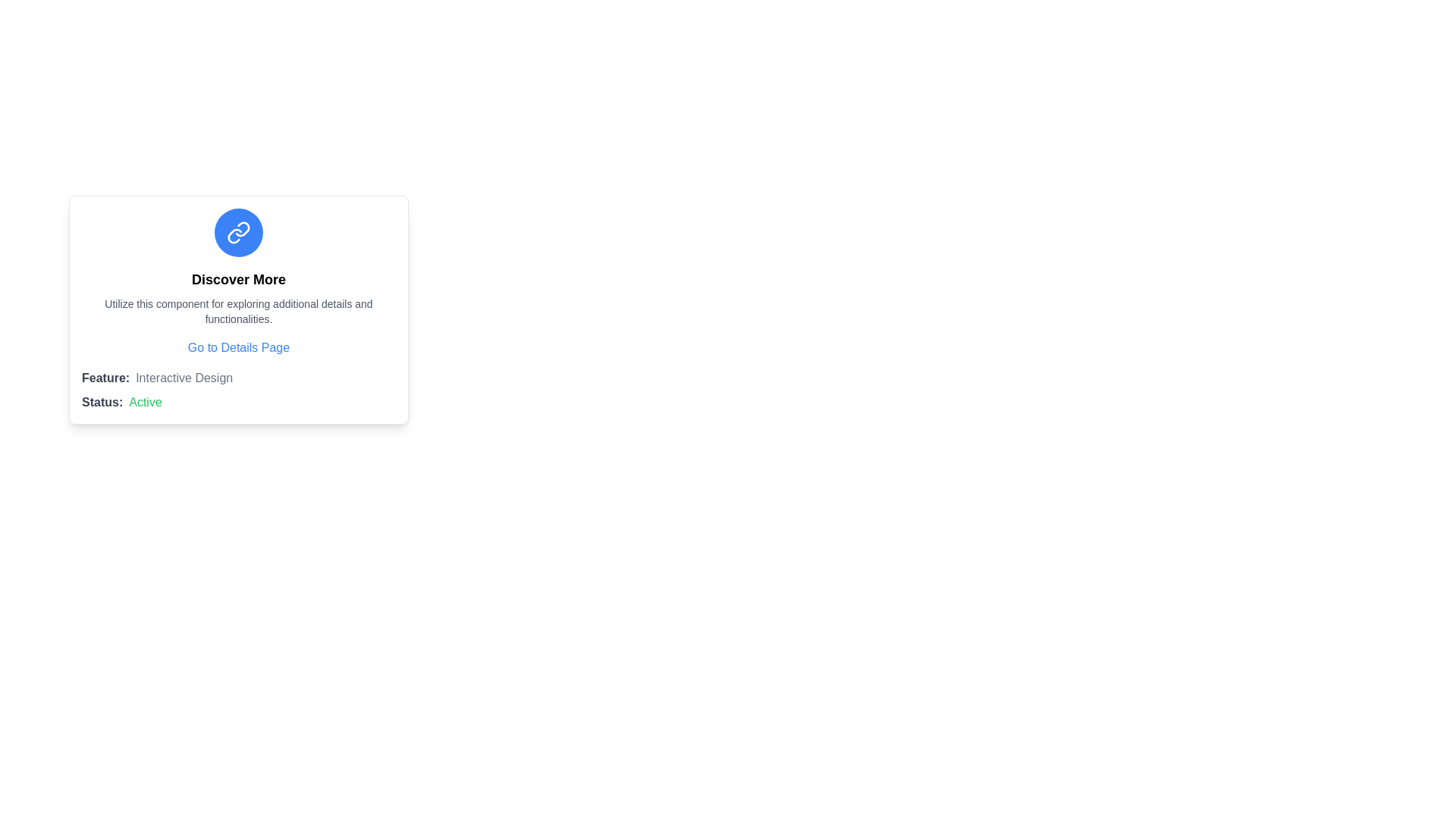 This screenshot has width=1456, height=819. Describe the element at coordinates (238, 348) in the screenshot. I see `the hyperlink located at the center-bottom of the card interface` at that location.